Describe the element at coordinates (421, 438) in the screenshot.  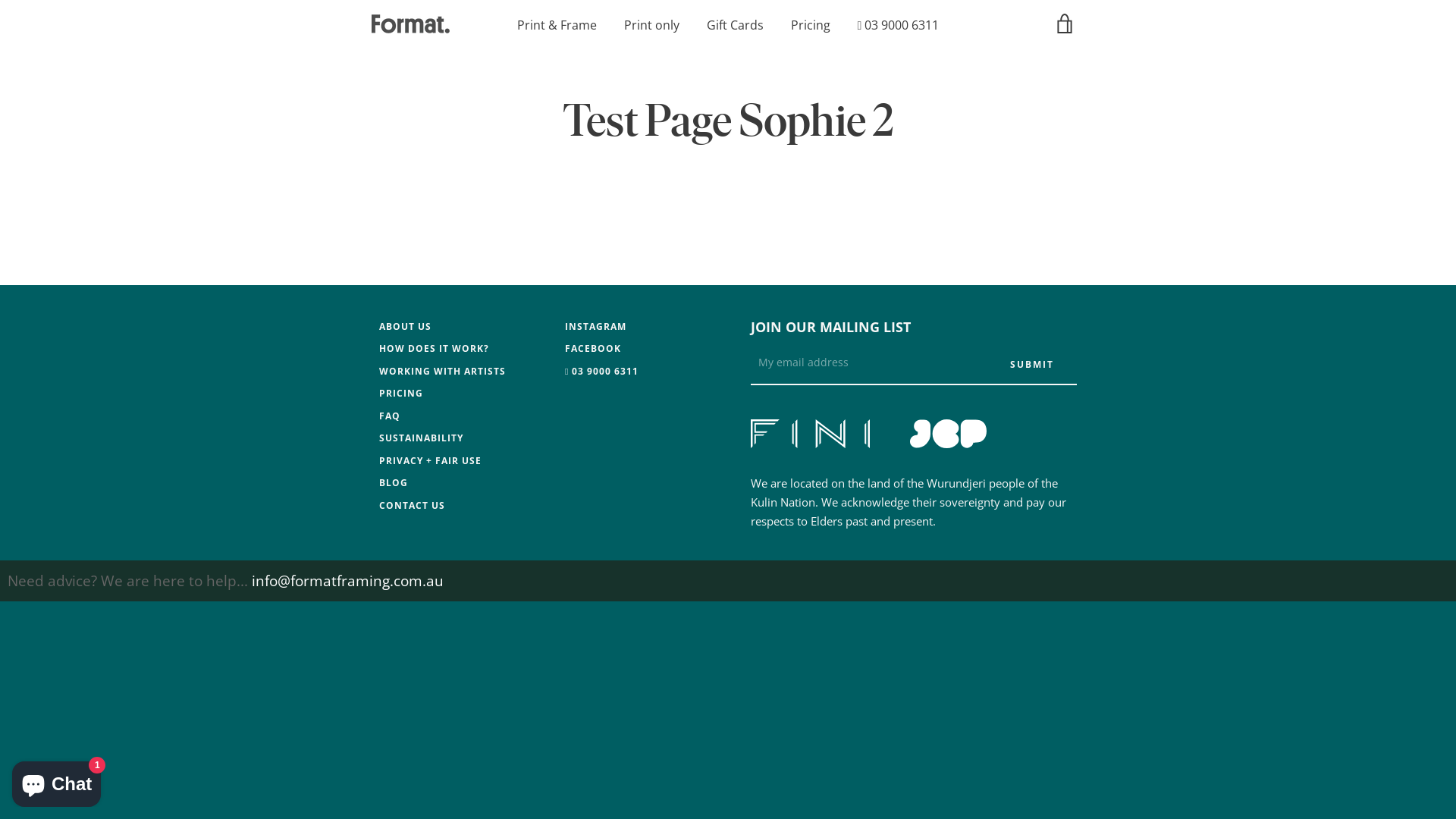
I see `'SUSTAINABILITY'` at that location.